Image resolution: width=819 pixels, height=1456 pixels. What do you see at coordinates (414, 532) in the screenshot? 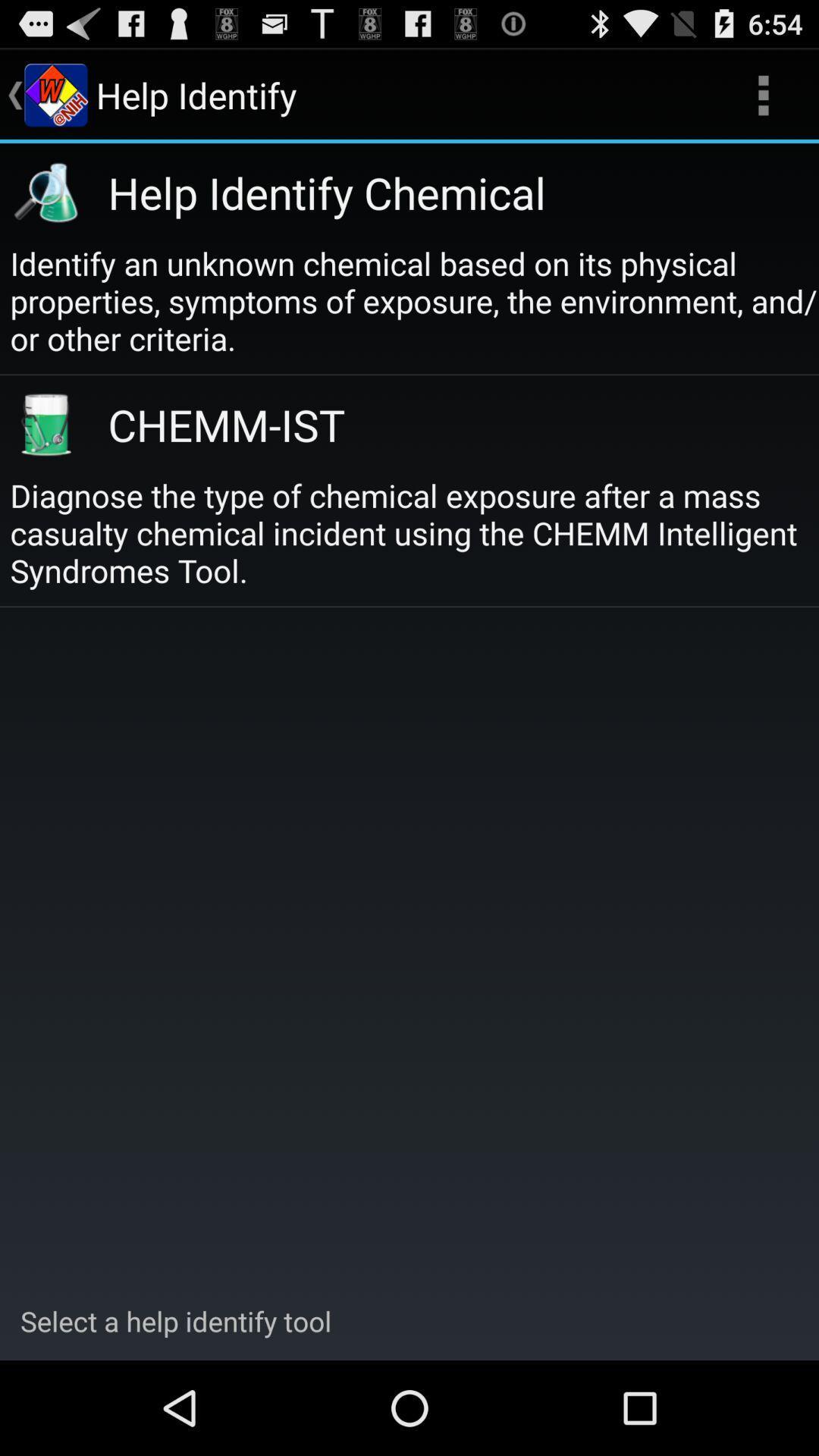
I see `the diagnose the type app` at bounding box center [414, 532].